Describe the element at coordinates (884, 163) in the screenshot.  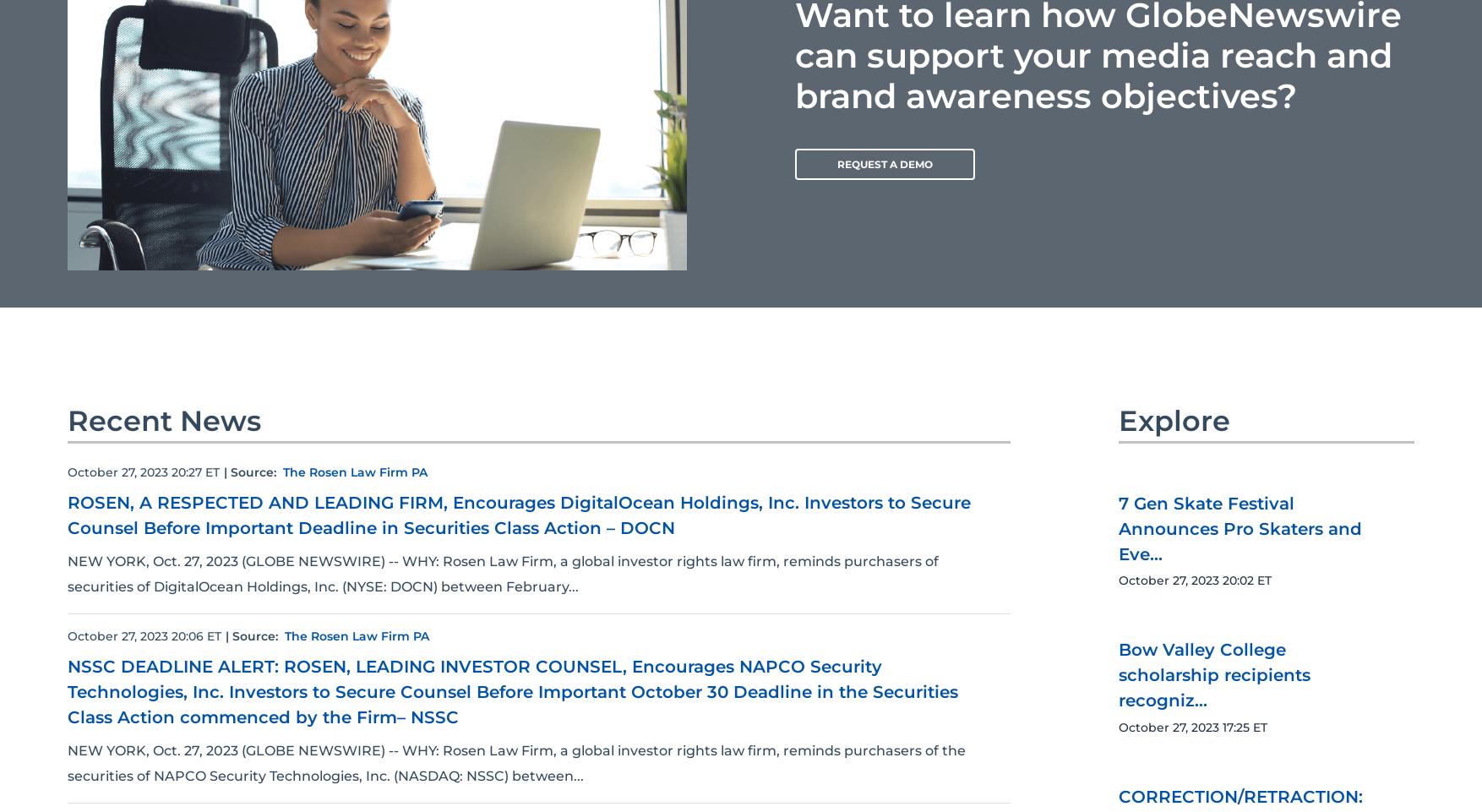
I see `'REQUEST A DEMO'` at that location.